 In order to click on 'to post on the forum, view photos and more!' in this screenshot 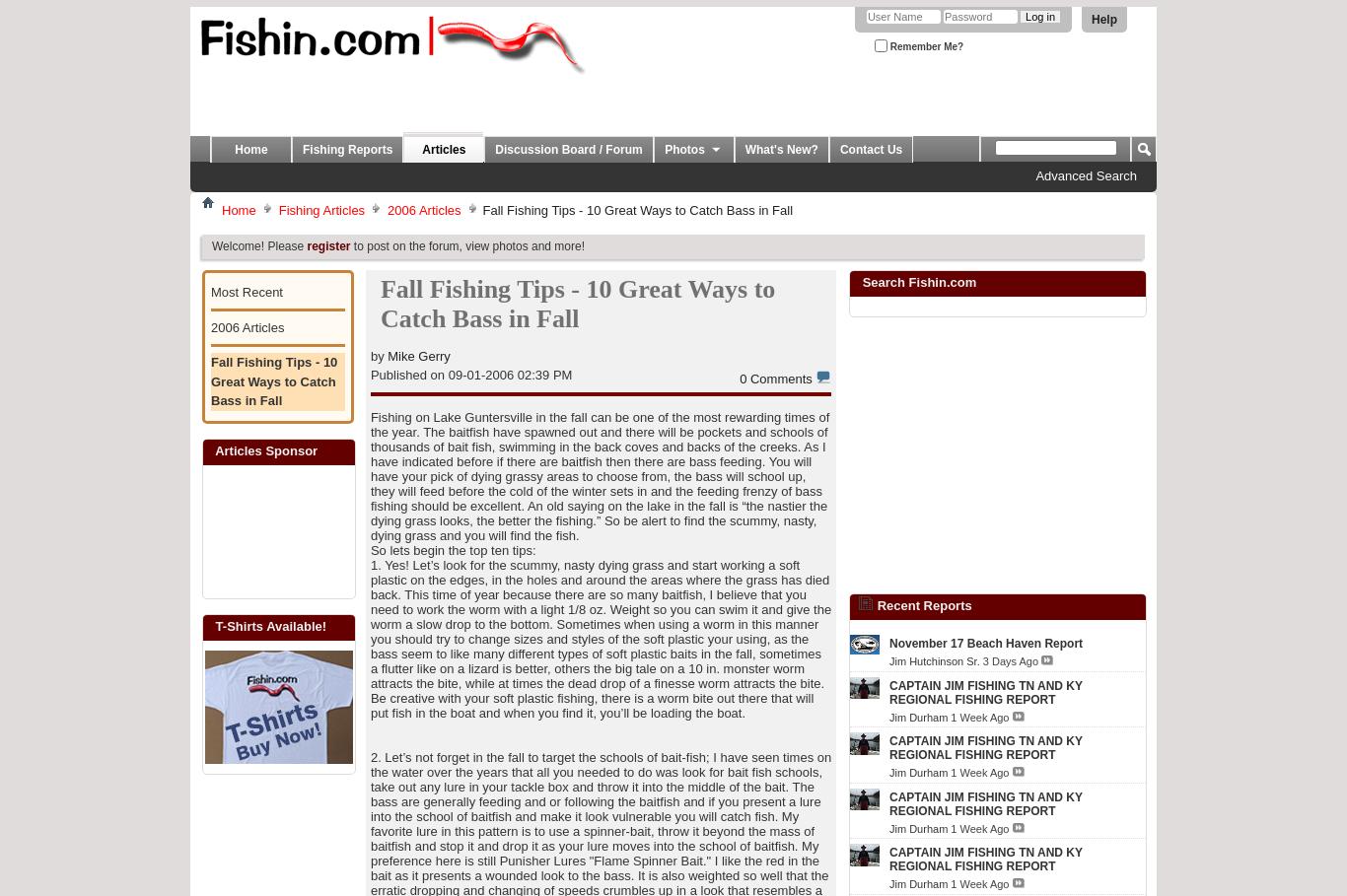, I will do `click(349, 244)`.